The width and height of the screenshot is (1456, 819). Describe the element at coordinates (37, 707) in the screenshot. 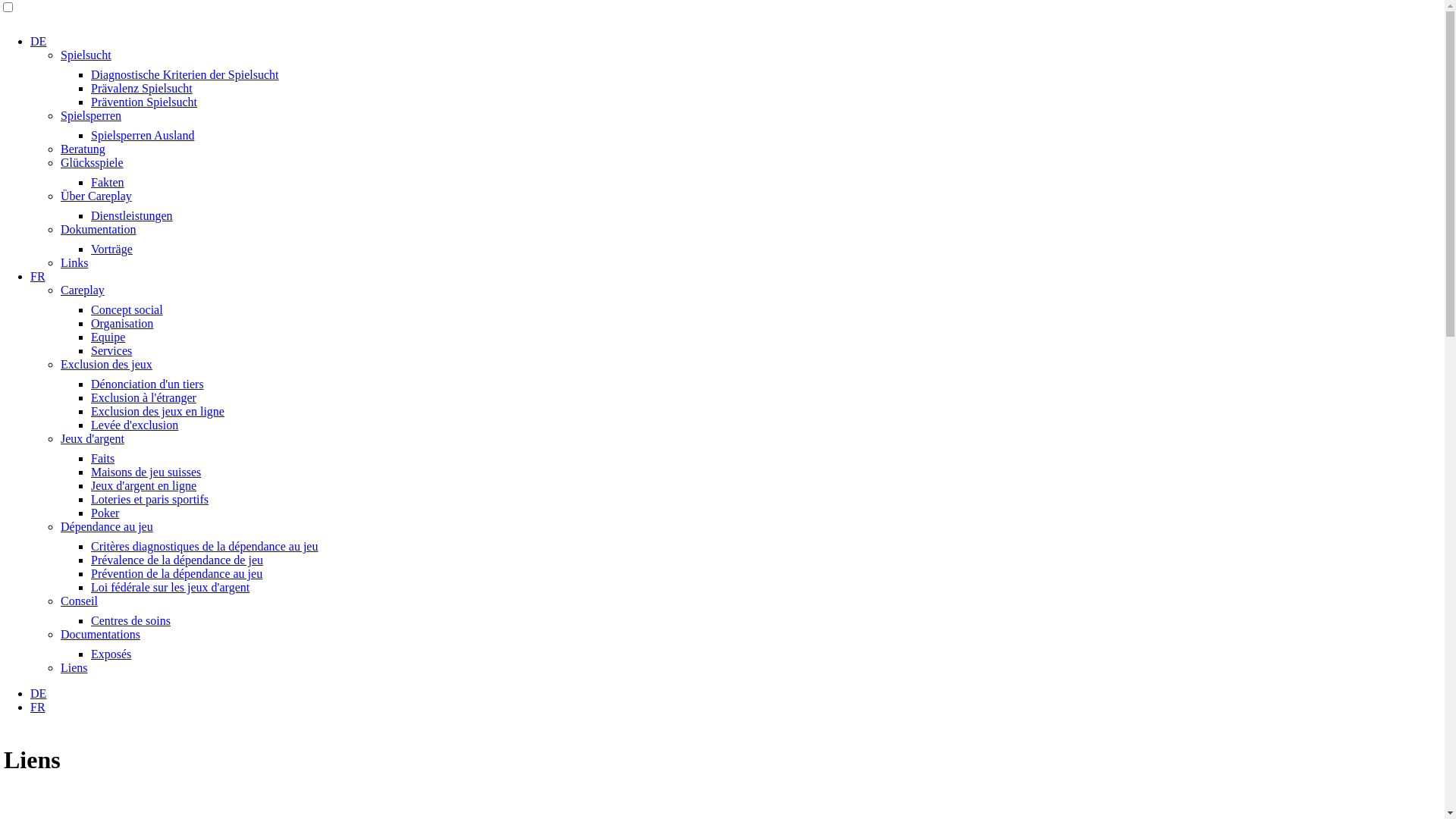

I see `'FR'` at that location.